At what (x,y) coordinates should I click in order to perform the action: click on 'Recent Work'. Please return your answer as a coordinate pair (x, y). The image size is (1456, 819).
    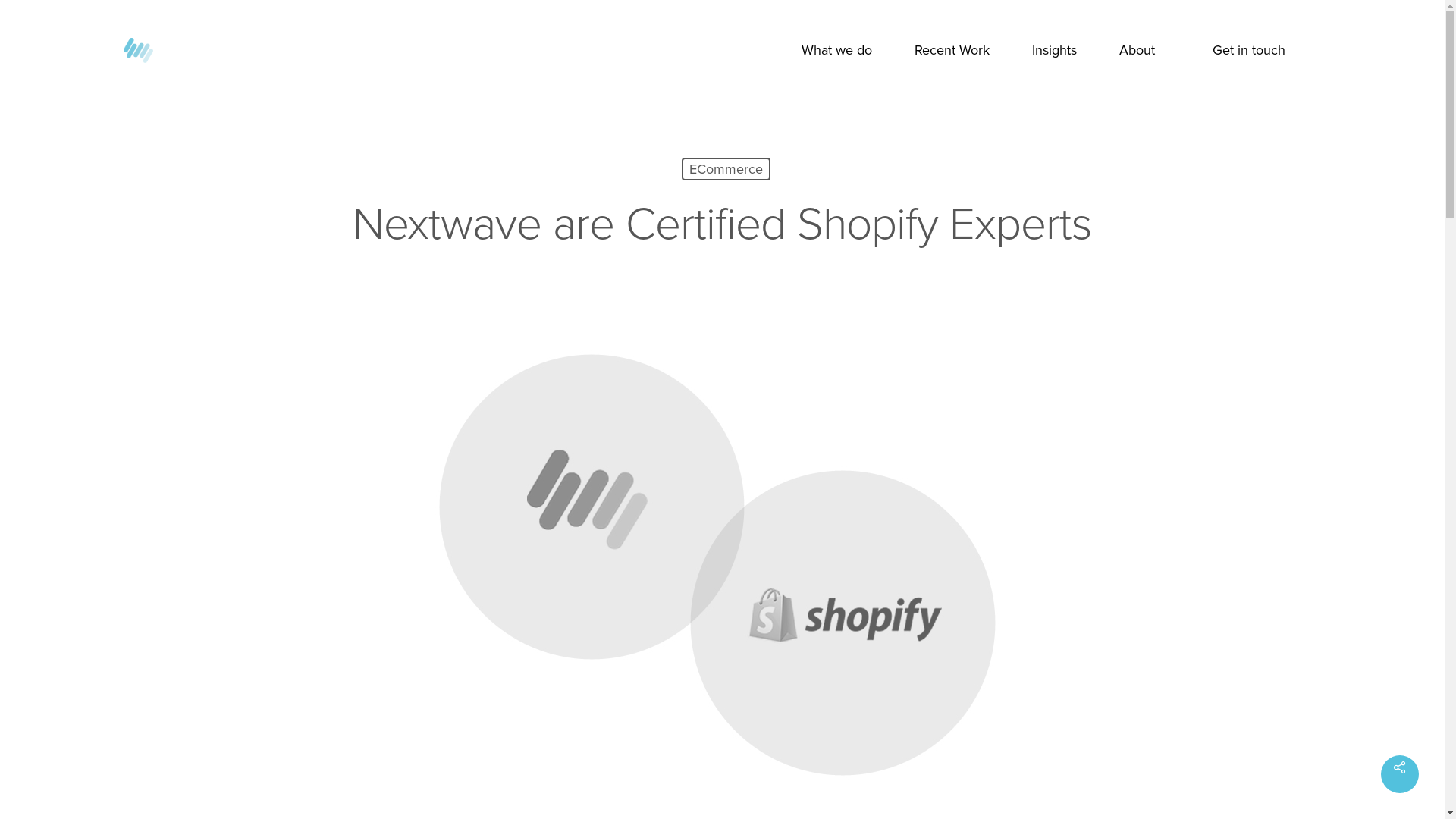
    Looking at the image, I should click on (951, 49).